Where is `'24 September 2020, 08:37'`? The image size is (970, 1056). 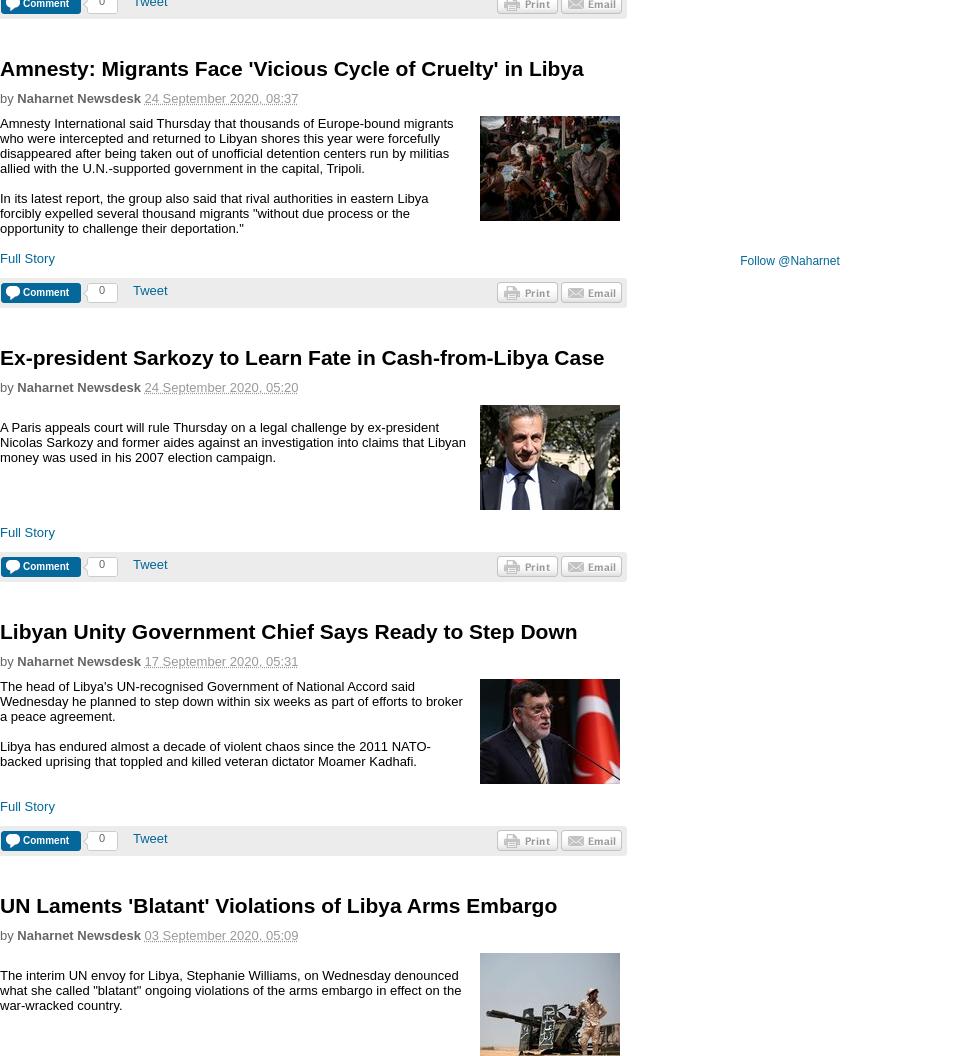
'24 September 2020, 08:37' is located at coordinates (220, 97).